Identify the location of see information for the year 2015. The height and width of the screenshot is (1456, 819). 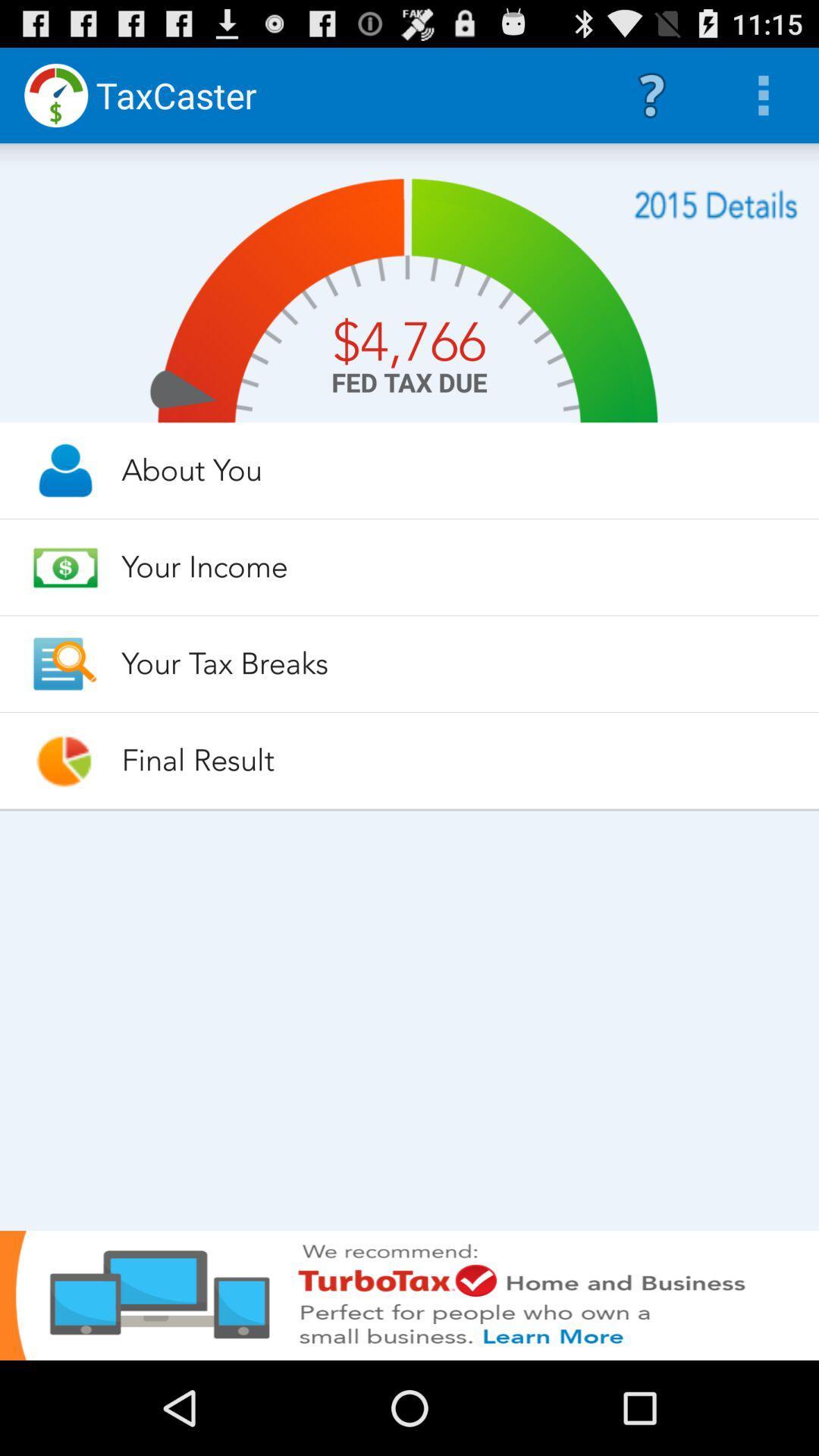
(716, 204).